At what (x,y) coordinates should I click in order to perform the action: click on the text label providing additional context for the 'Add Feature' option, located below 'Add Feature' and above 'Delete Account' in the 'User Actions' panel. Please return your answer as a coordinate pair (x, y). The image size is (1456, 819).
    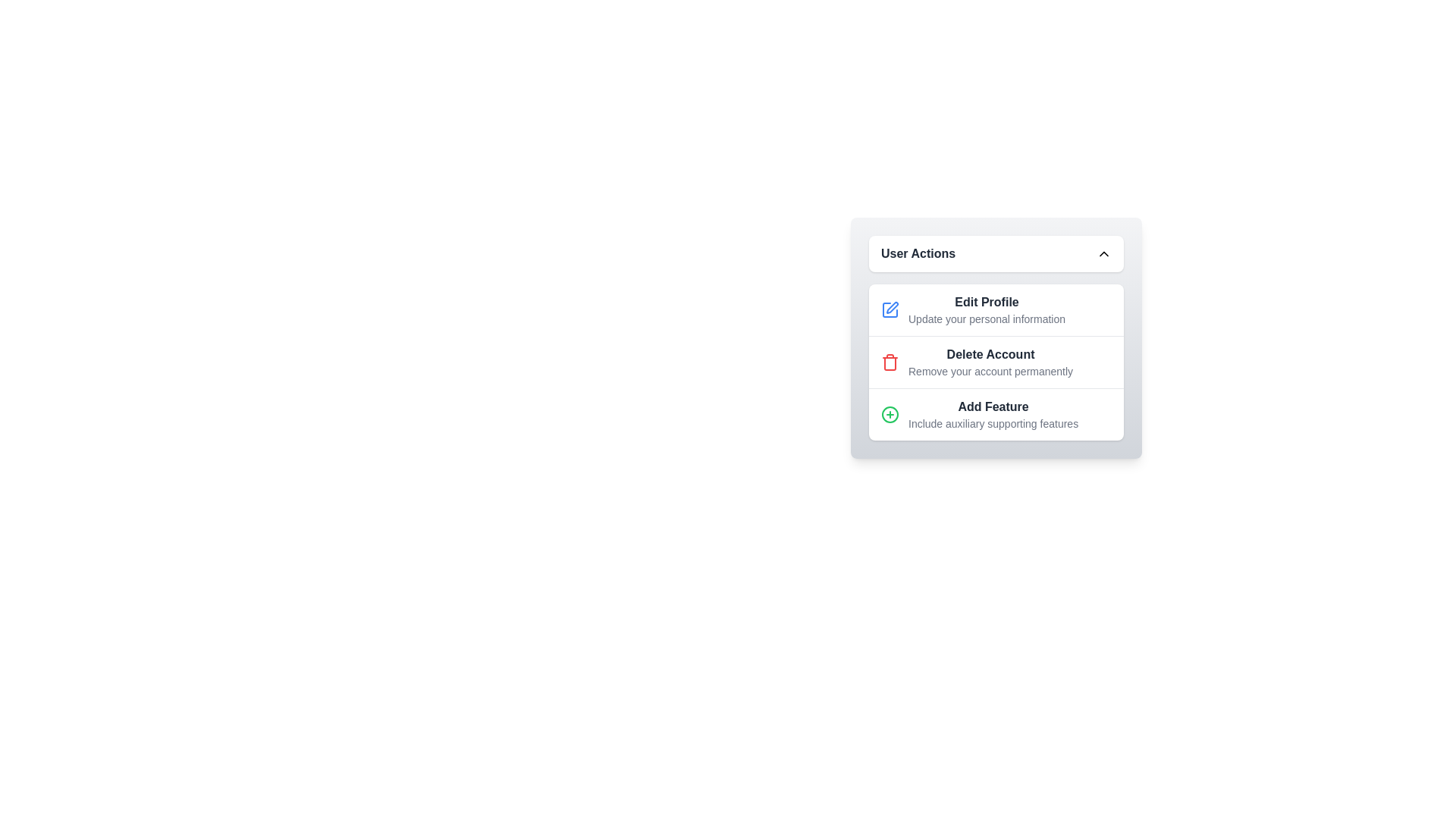
    Looking at the image, I should click on (993, 424).